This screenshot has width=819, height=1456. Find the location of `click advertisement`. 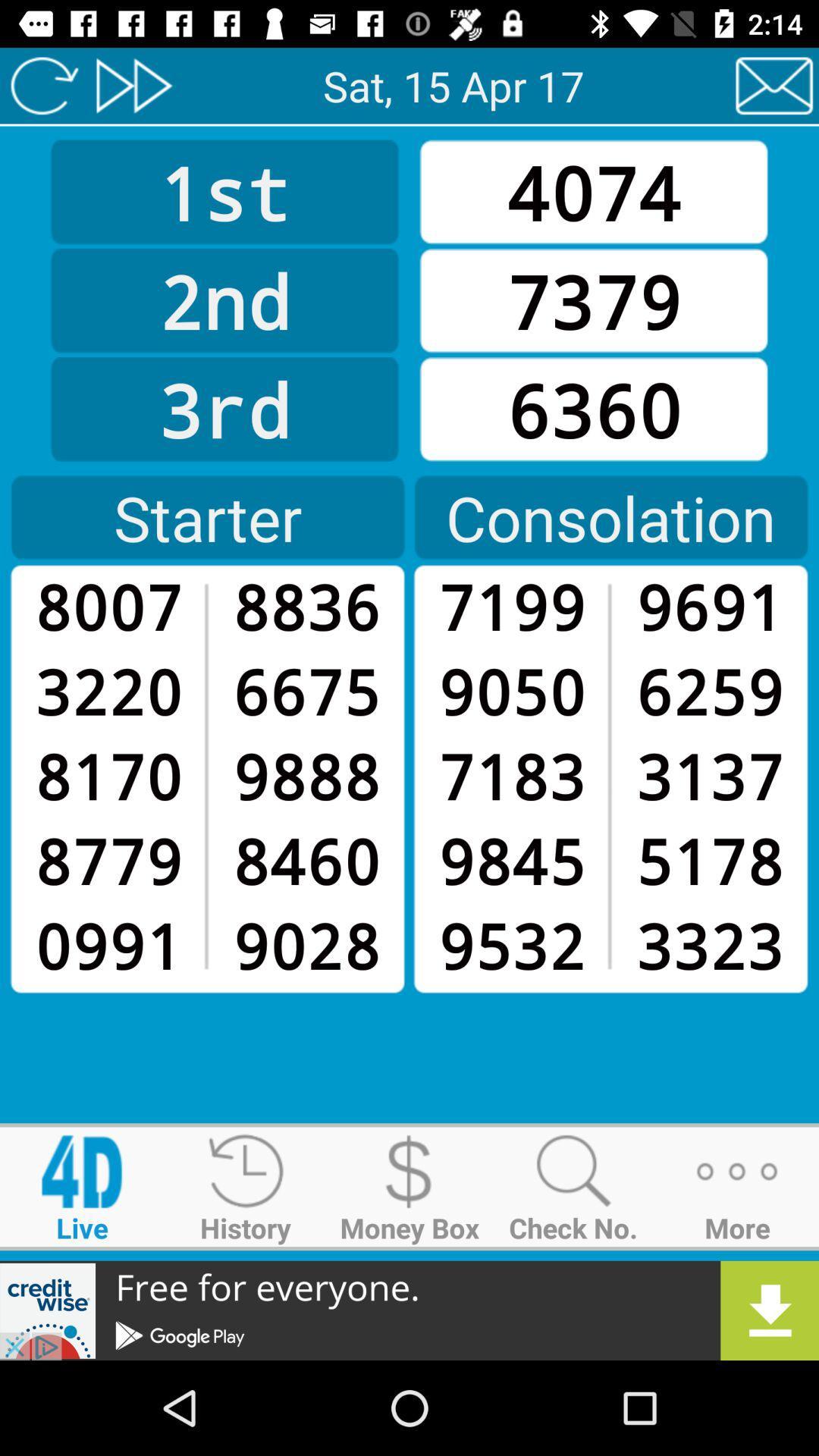

click advertisement is located at coordinates (409, 1310).